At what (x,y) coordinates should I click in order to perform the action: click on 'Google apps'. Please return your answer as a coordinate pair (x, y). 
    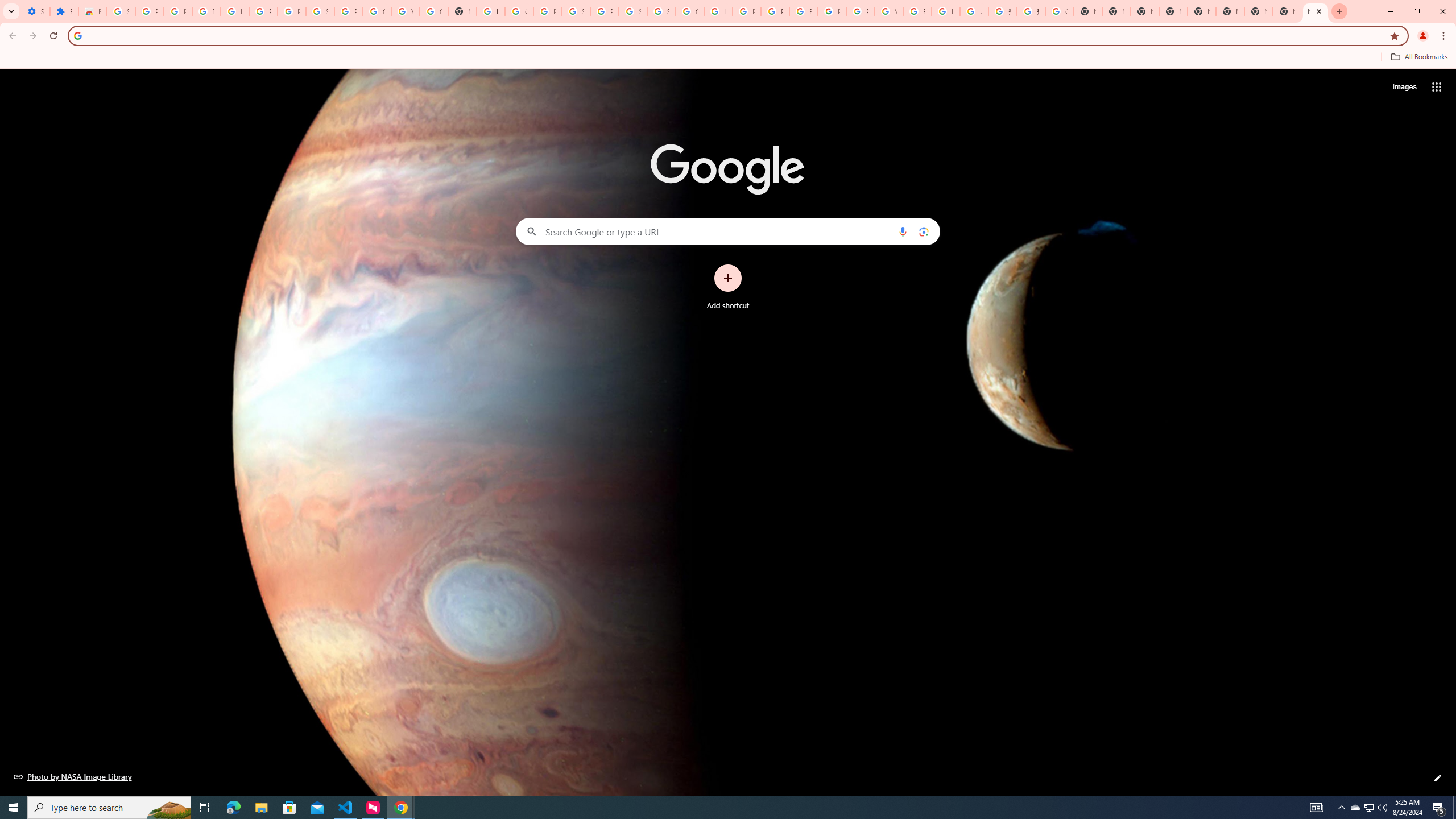
    Looking at the image, I should click on (1437, 86).